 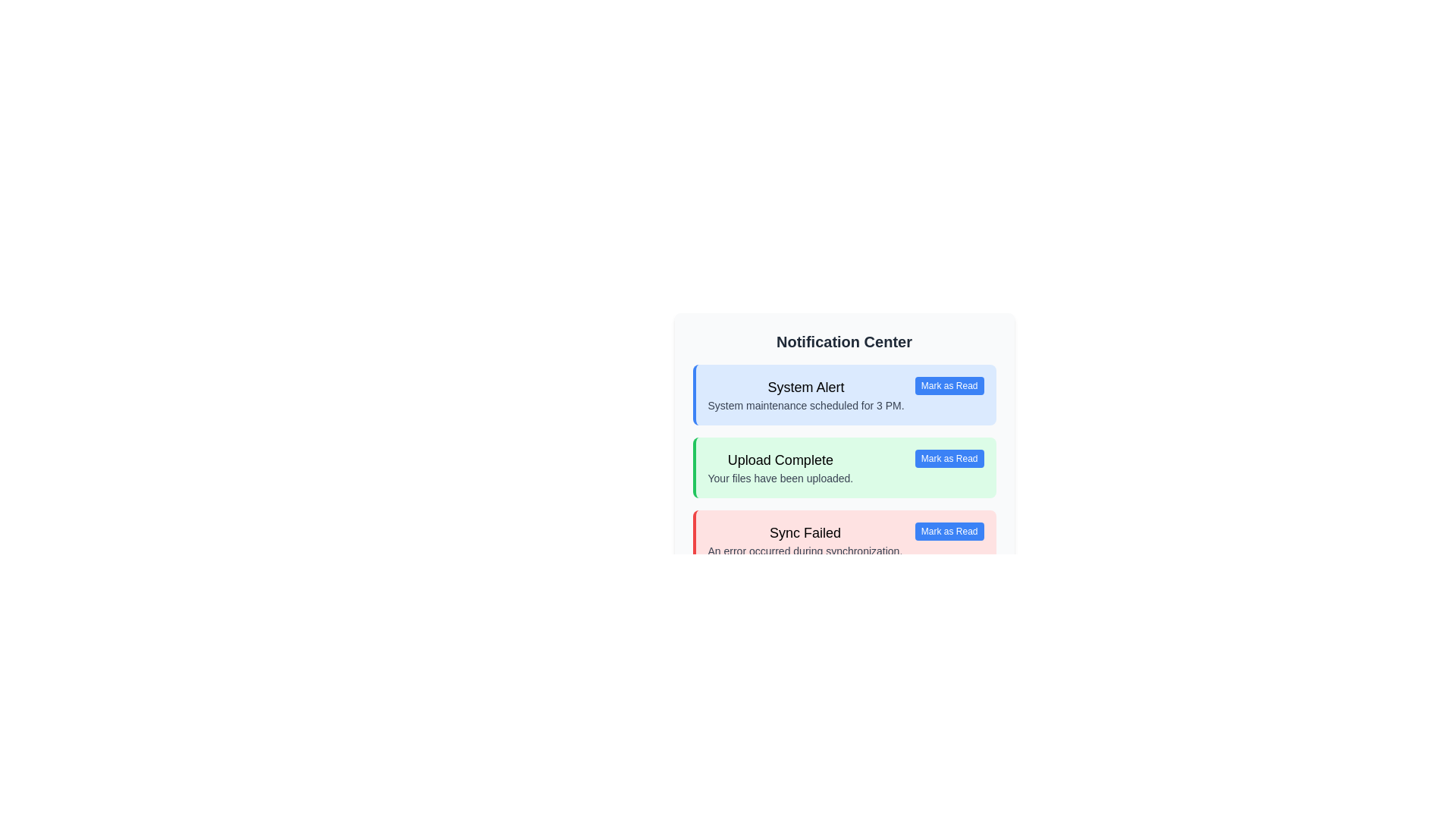 I want to click on the 'System Alert' text display in the Notification Center, which shows a maintenance message, so click(x=805, y=394).